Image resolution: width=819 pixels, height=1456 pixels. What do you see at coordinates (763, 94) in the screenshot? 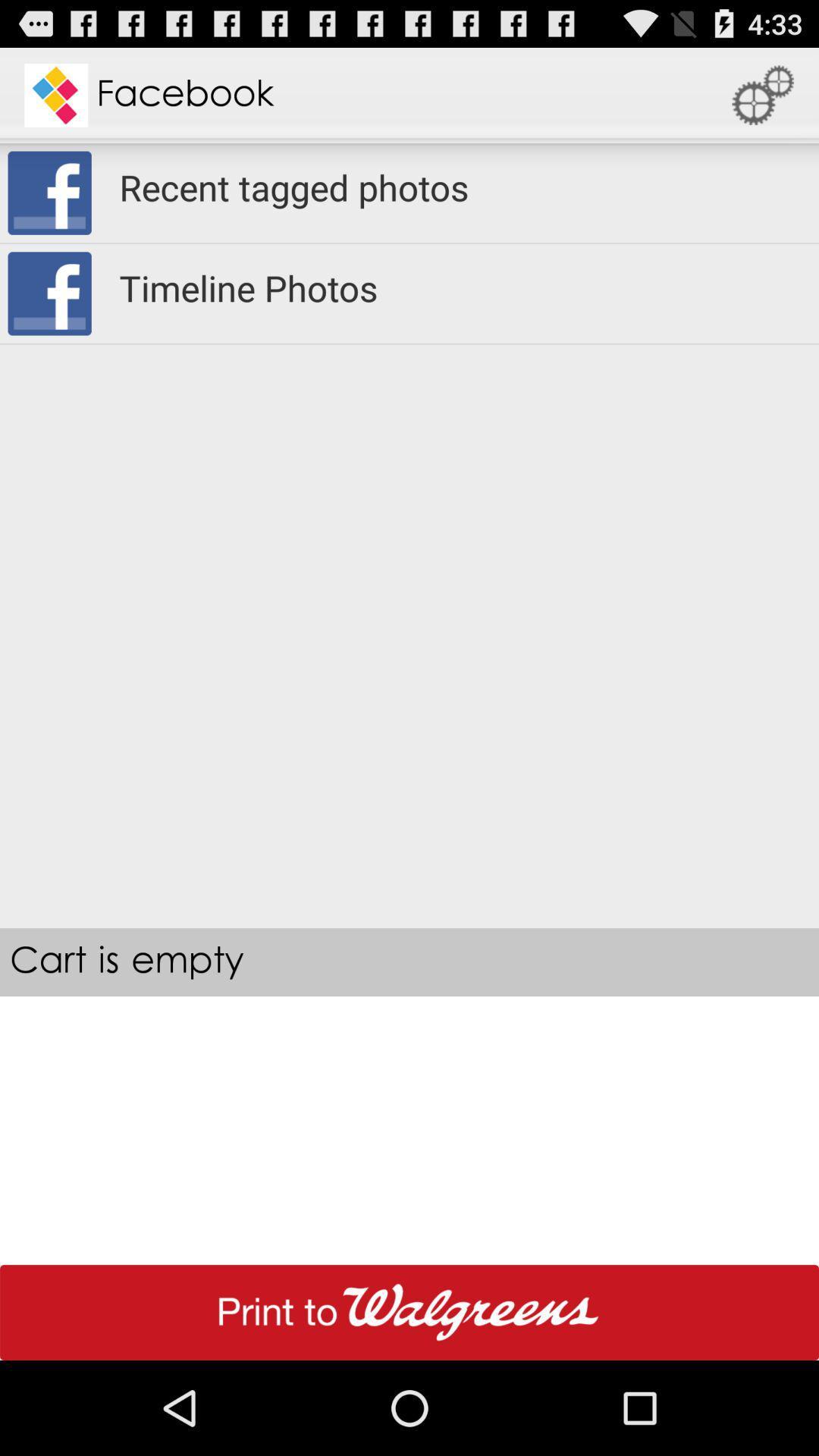
I see `the icon to the right of facebook app` at bounding box center [763, 94].